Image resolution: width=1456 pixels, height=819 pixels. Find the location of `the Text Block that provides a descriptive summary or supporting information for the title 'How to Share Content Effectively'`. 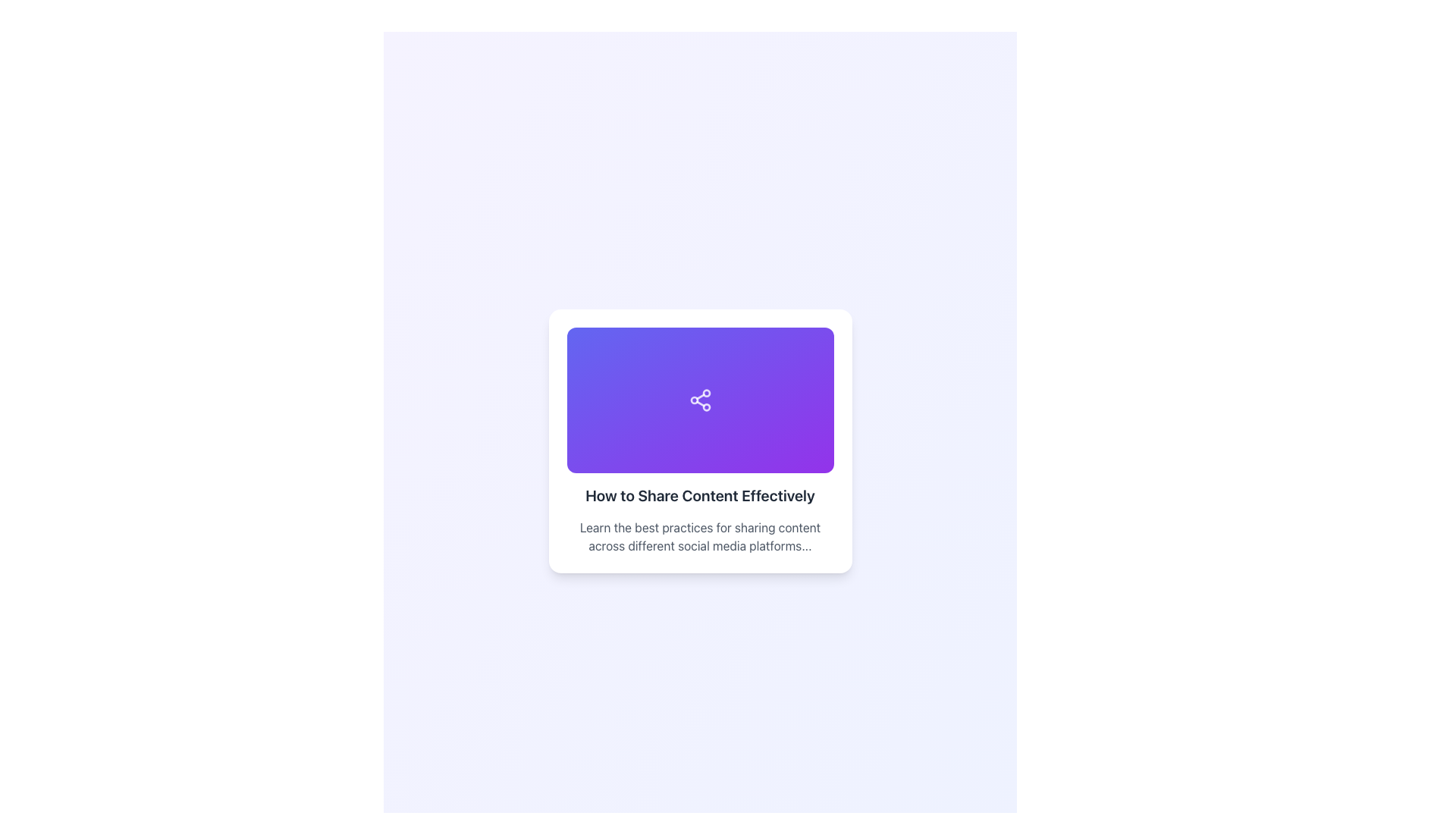

the Text Block that provides a descriptive summary or supporting information for the title 'How to Share Content Effectively' is located at coordinates (699, 536).